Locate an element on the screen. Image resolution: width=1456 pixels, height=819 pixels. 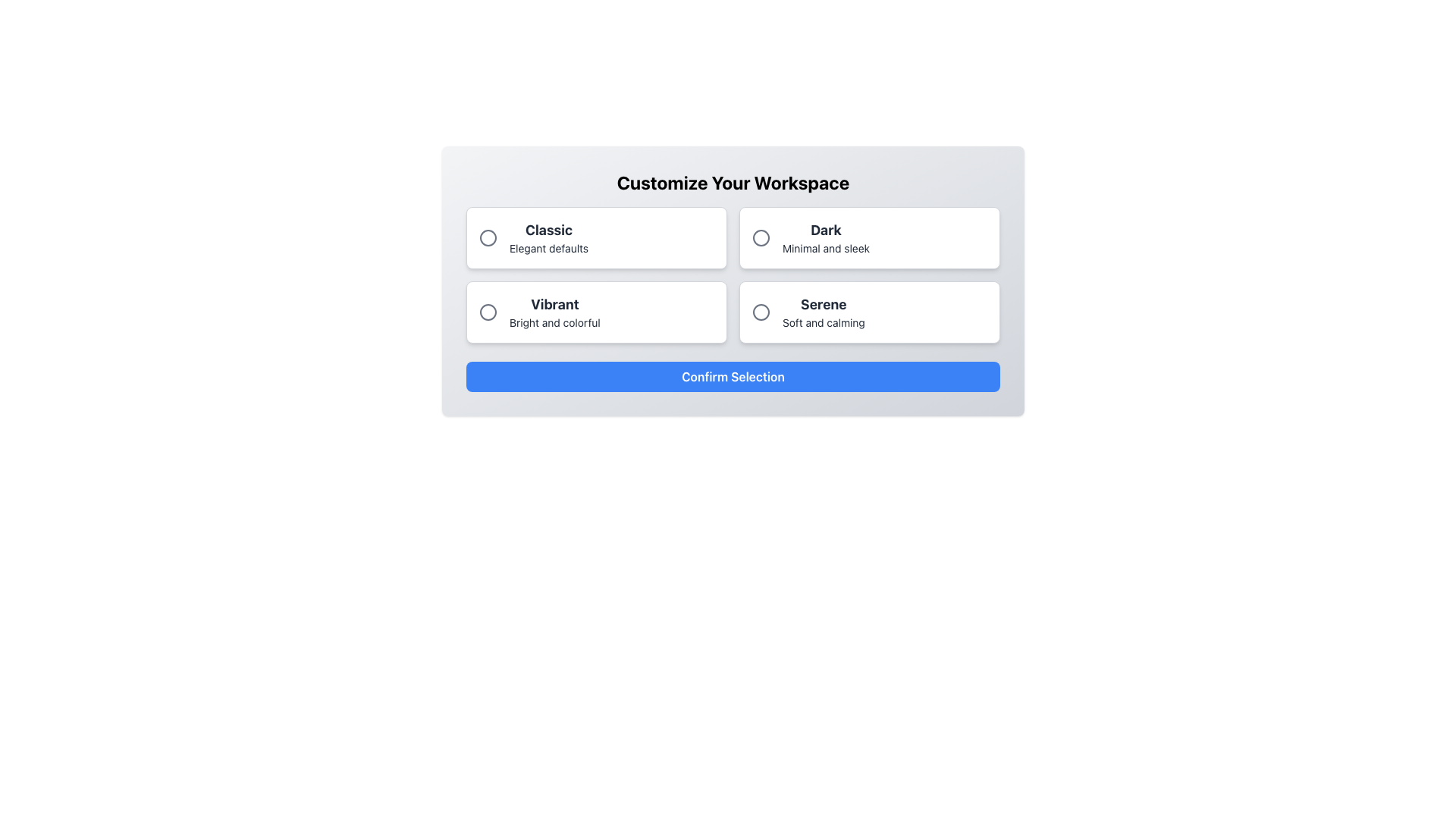
the confirm button located at the bottom-center of the customization interface is located at coordinates (733, 376).